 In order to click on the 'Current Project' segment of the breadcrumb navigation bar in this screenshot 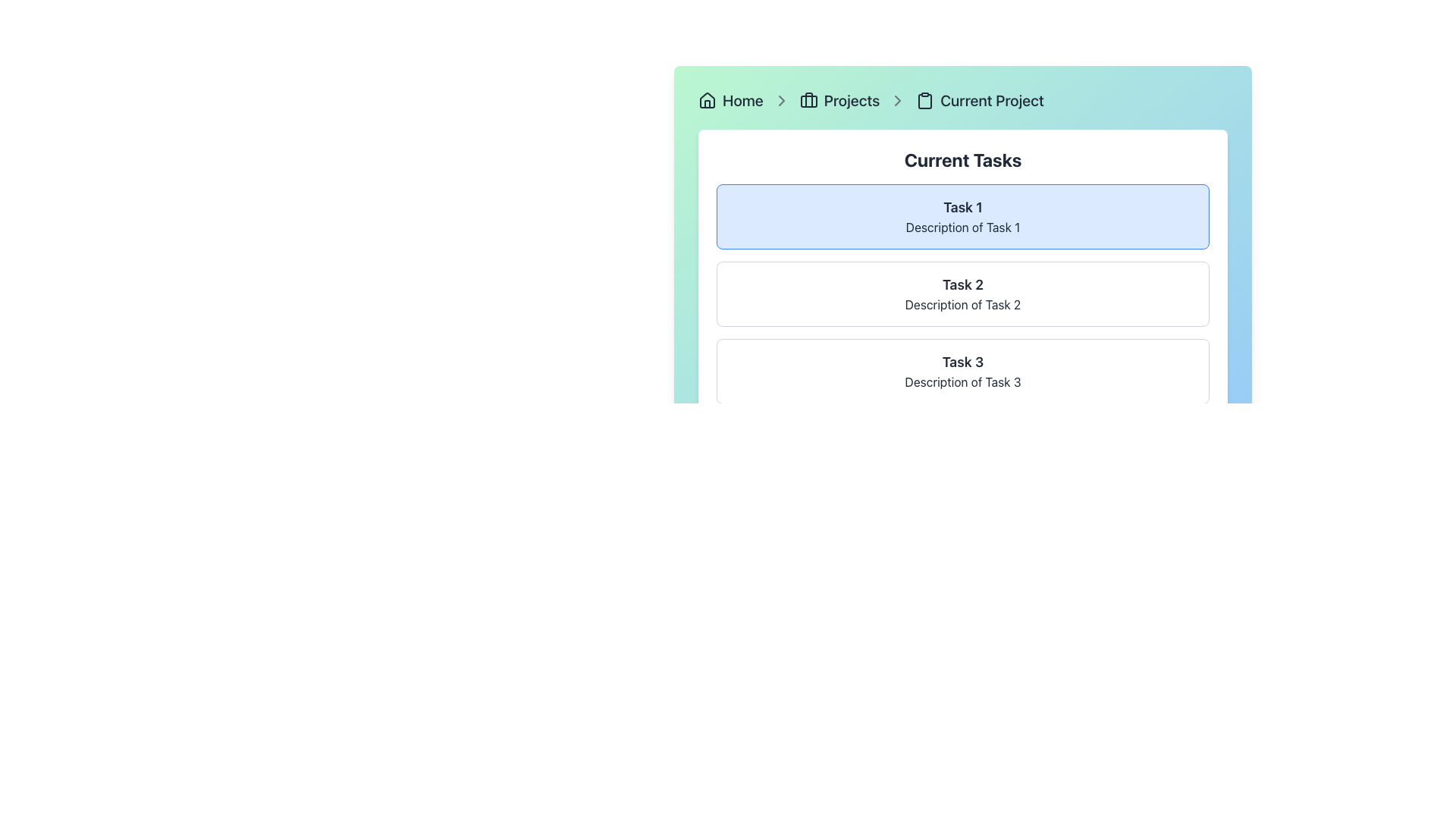, I will do `click(962, 100)`.